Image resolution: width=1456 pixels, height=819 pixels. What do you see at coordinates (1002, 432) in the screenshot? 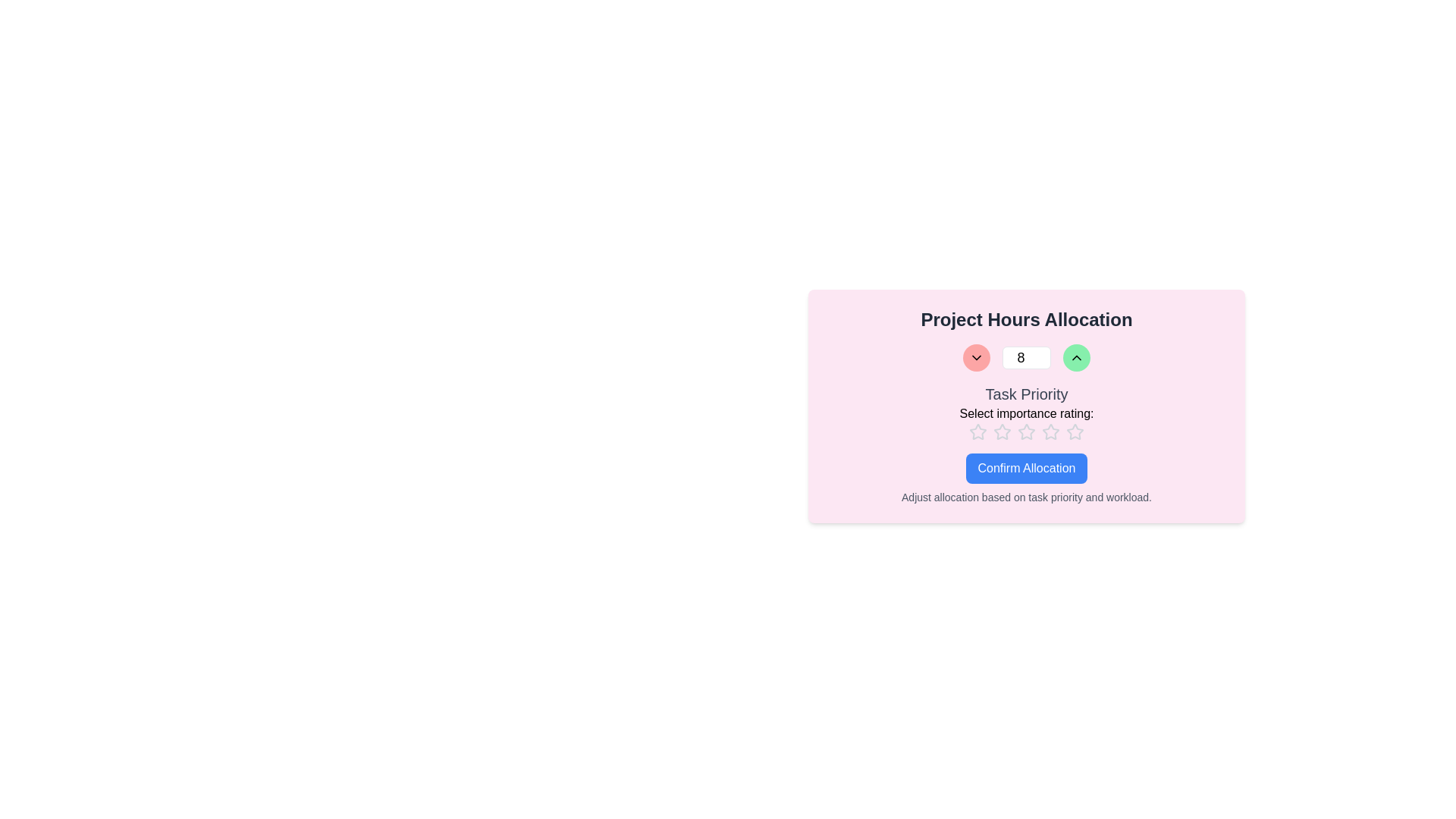
I see `the third star icon in the rating system` at bounding box center [1002, 432].